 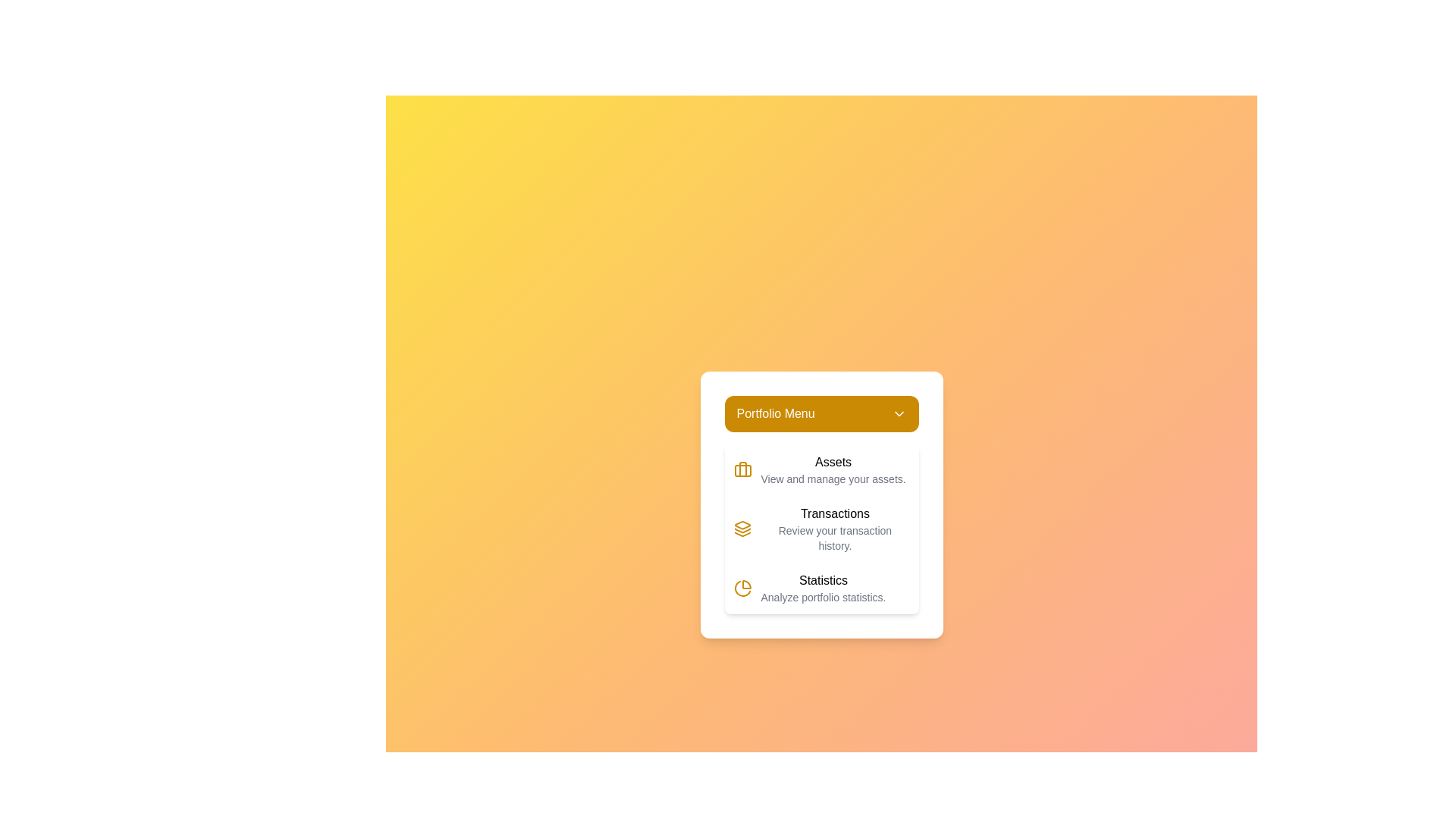 I want to click on the toggle button to toggle the menu visibility, so click(x=821, y=414).